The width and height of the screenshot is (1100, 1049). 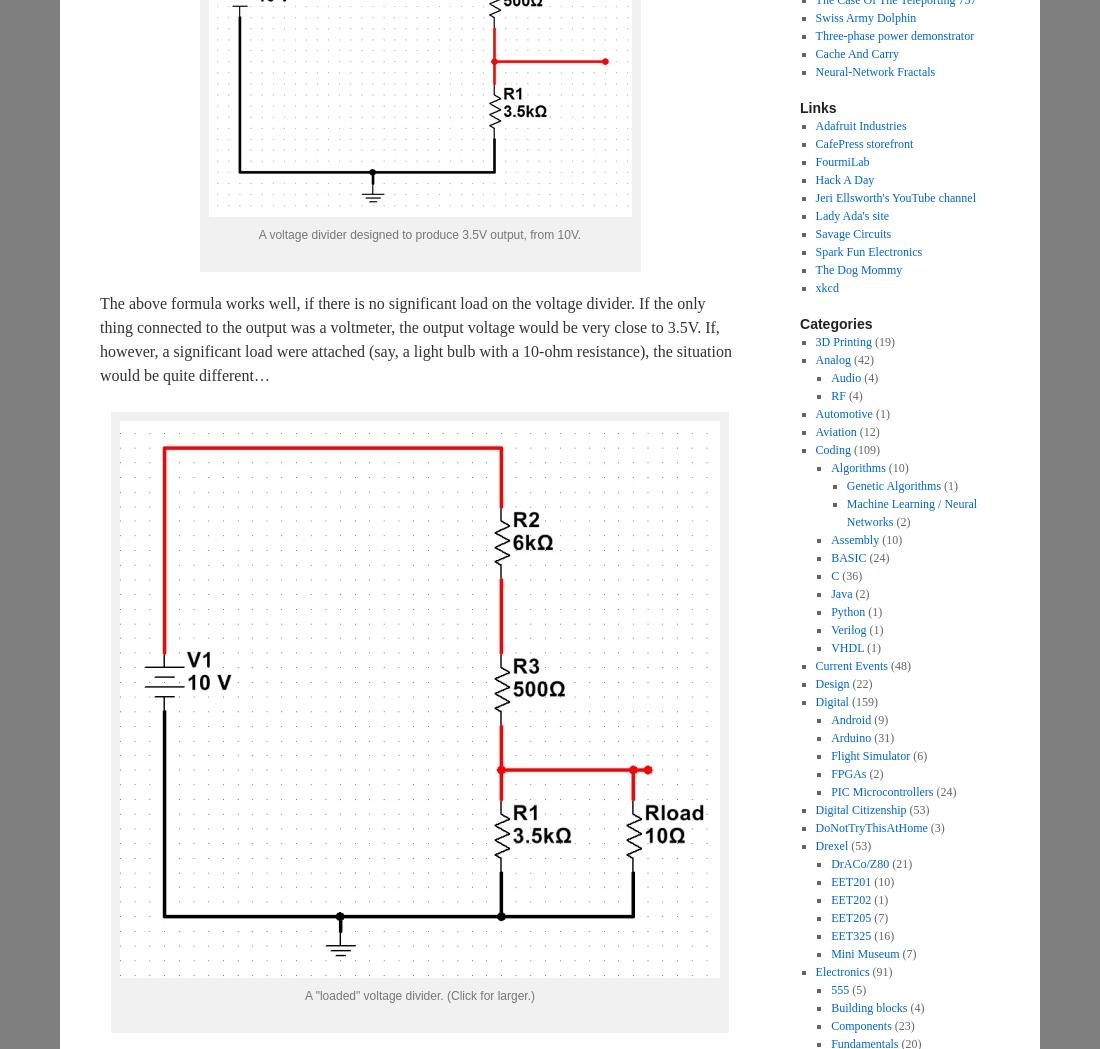 I want to click on 'Lady Ada's site', so click(x=850, y=215).